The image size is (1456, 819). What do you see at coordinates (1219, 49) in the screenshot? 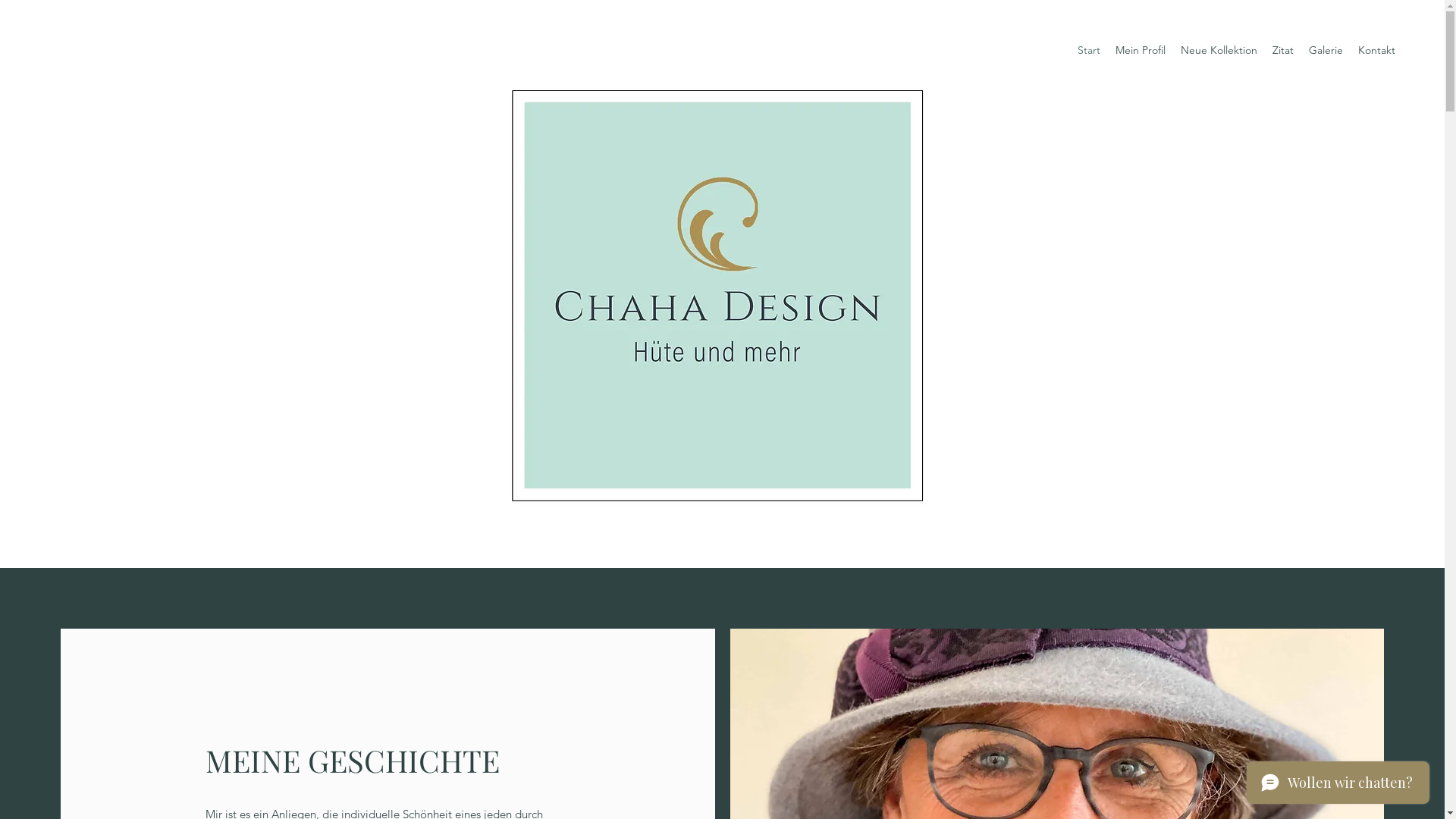
I see `'Neue Kollektion'` at bounding box center [1219, 49].